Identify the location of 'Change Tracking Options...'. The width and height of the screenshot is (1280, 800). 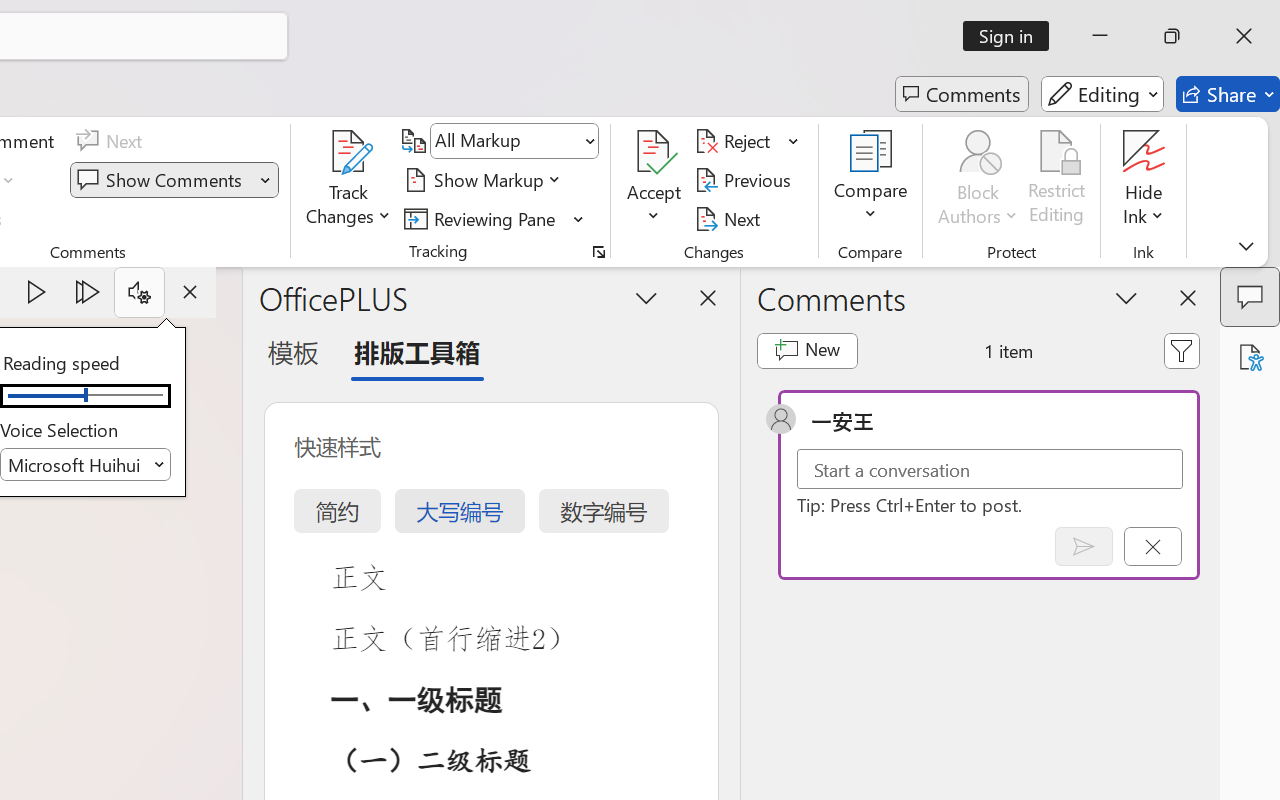
(598, 251).